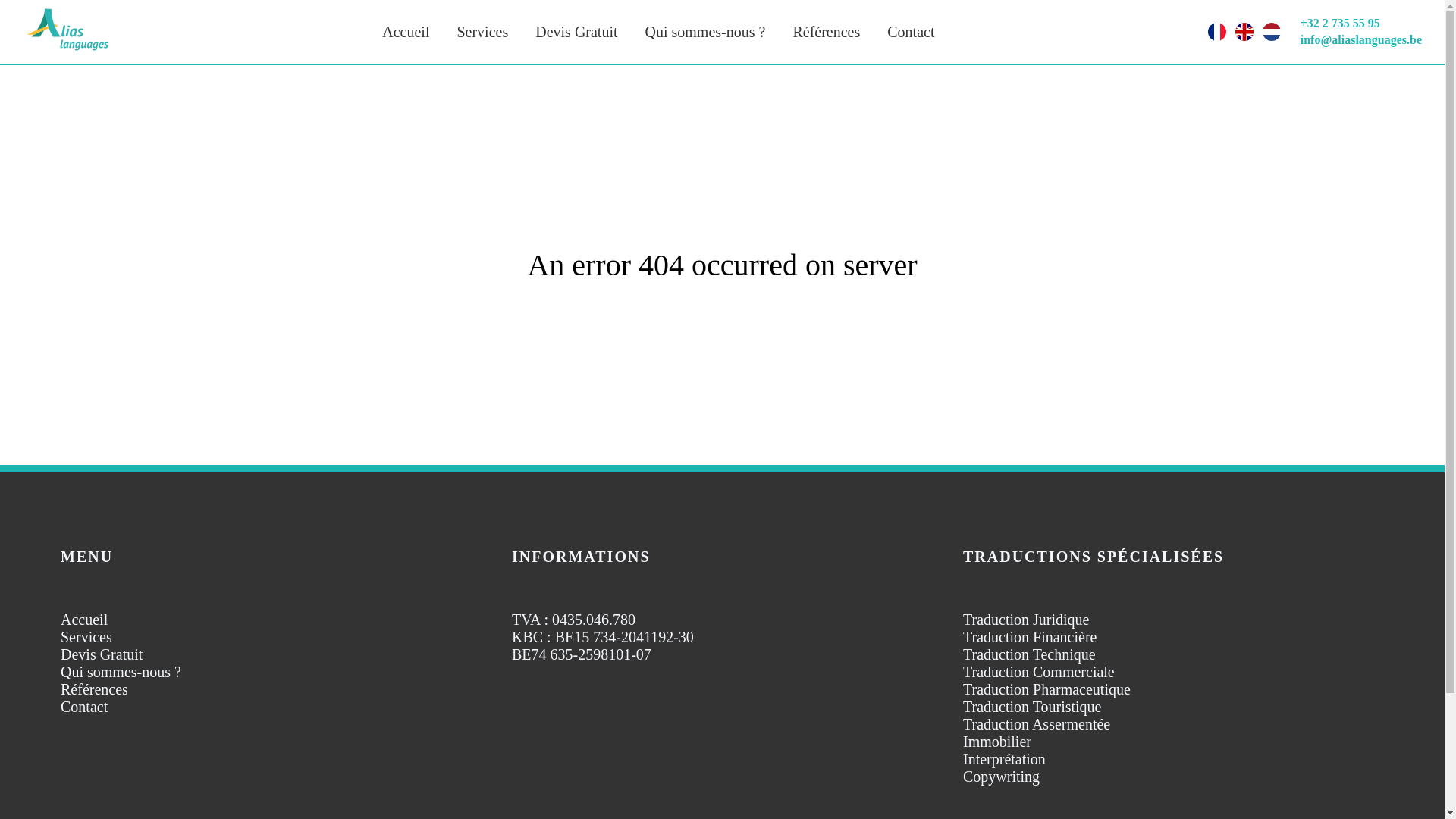 The width and height of the screenshot is (1456, 819). I want to click on 'Traduction Technique', so click(1029, 654).